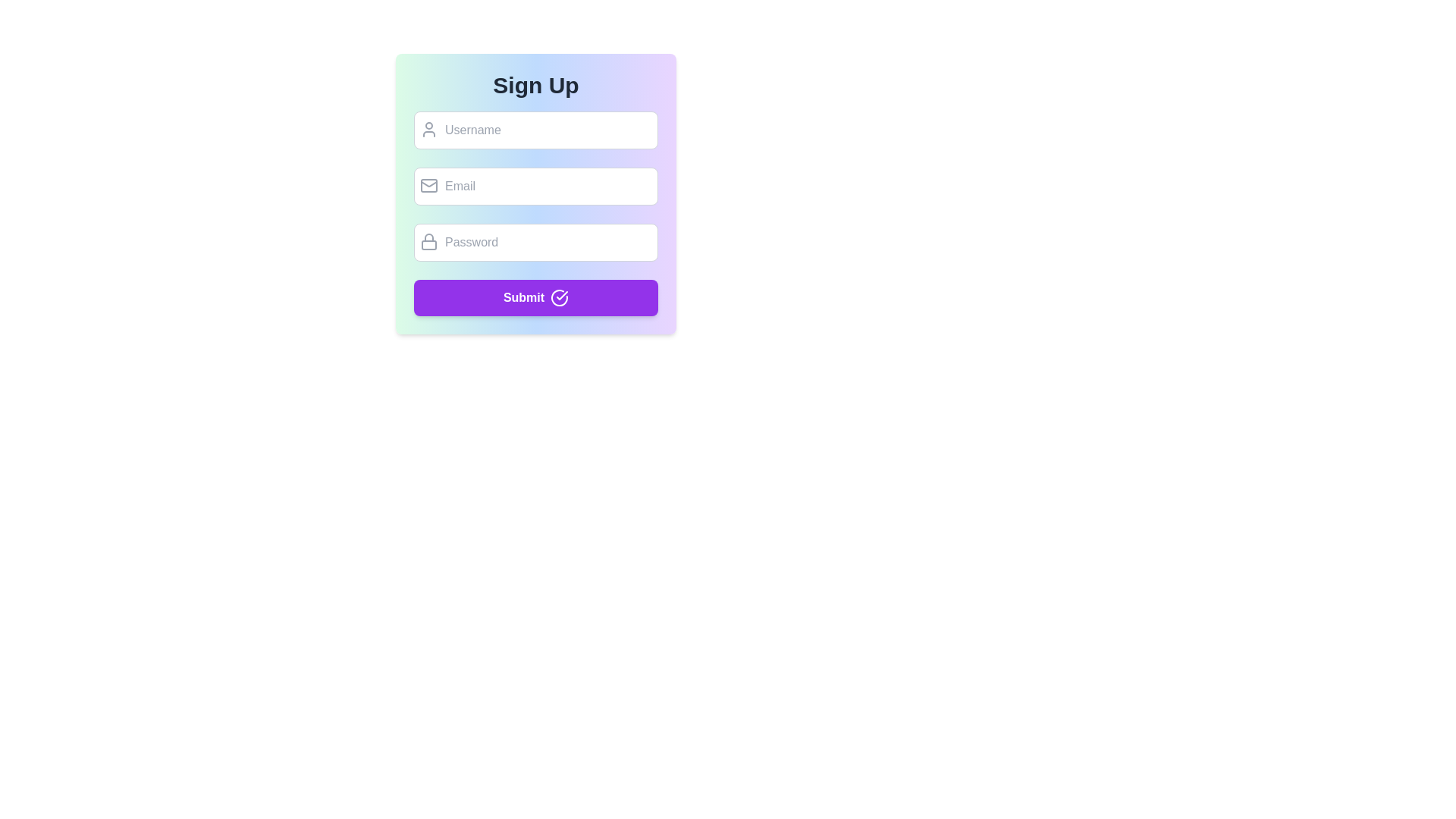 This screenshot has height=819, width=1456. Describe the element at coordinates (535, 85) in the screenshot. I see `the bold heading that reads 'Sign Up', which is centrally located at the top of a card with a gradient background` at that location.